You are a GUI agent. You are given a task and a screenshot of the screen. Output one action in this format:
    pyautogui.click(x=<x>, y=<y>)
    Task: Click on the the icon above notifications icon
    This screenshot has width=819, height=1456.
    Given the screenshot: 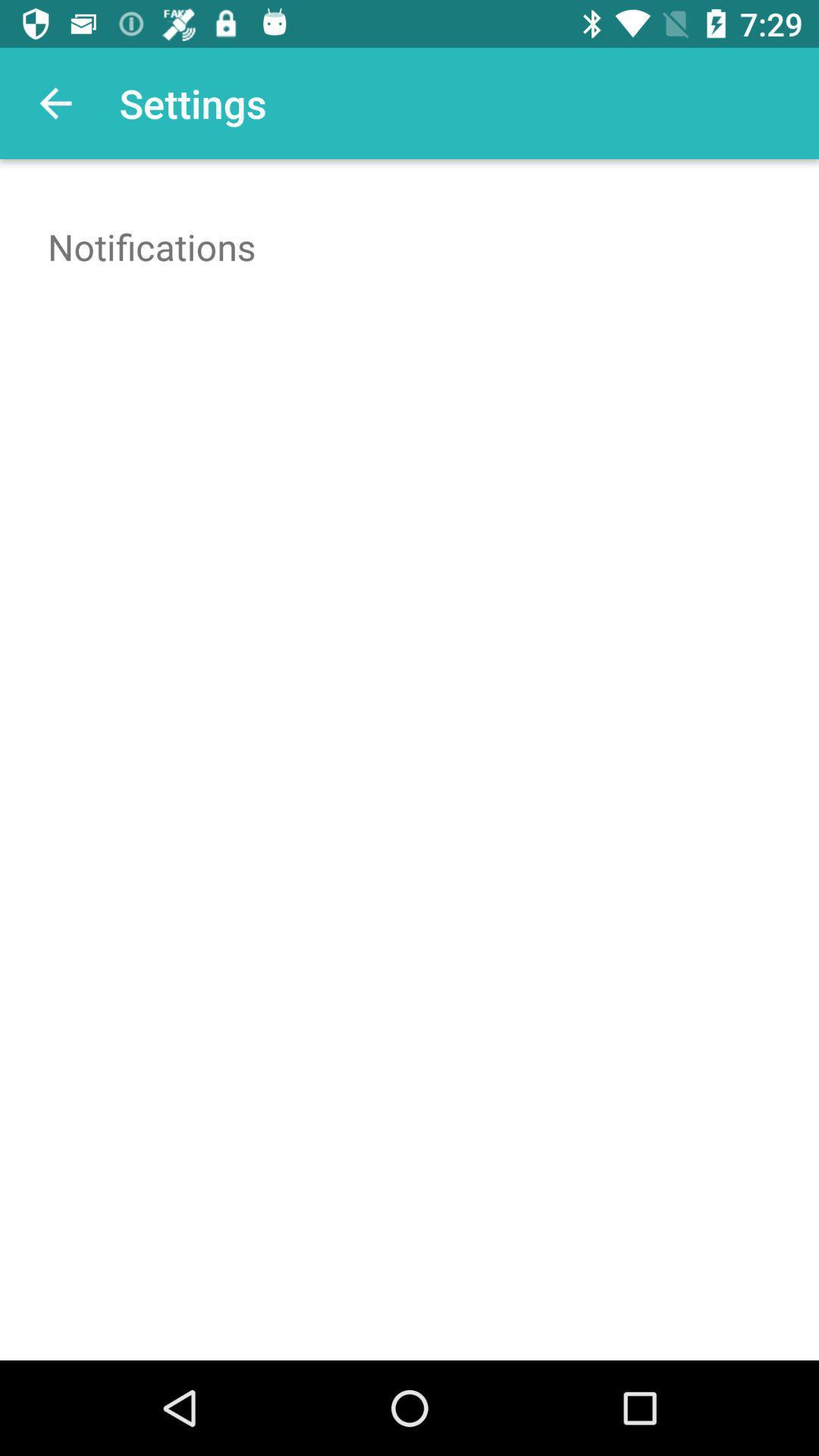 What is the action you would take?
    pyautogui.click(x=55, y=102)
    